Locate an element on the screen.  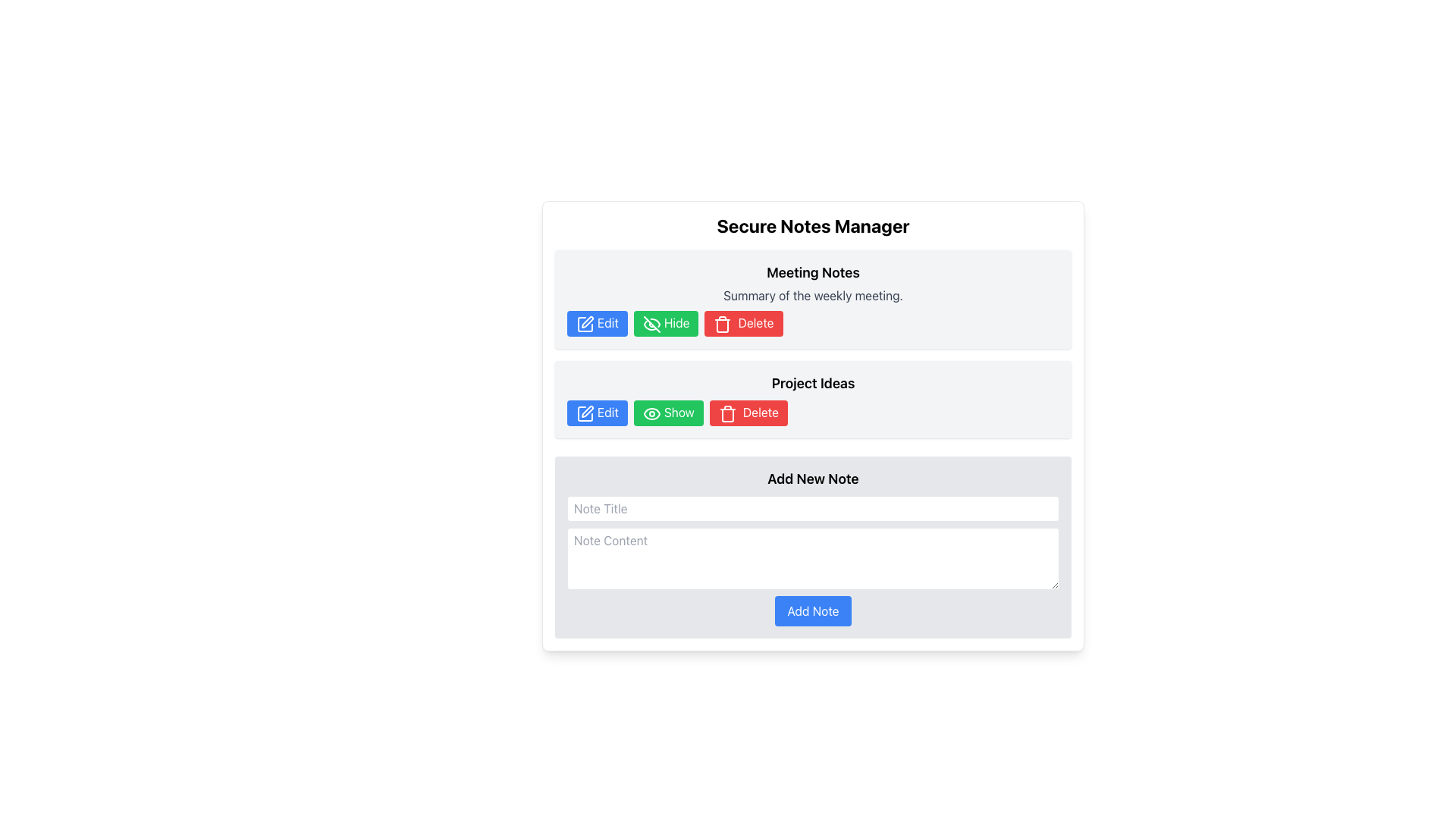
the visual indicator icon next to the 'Hide' button under the 'Meeting Notes' section to obscure or remove visibility of the content is located at coordinates (651, 323).